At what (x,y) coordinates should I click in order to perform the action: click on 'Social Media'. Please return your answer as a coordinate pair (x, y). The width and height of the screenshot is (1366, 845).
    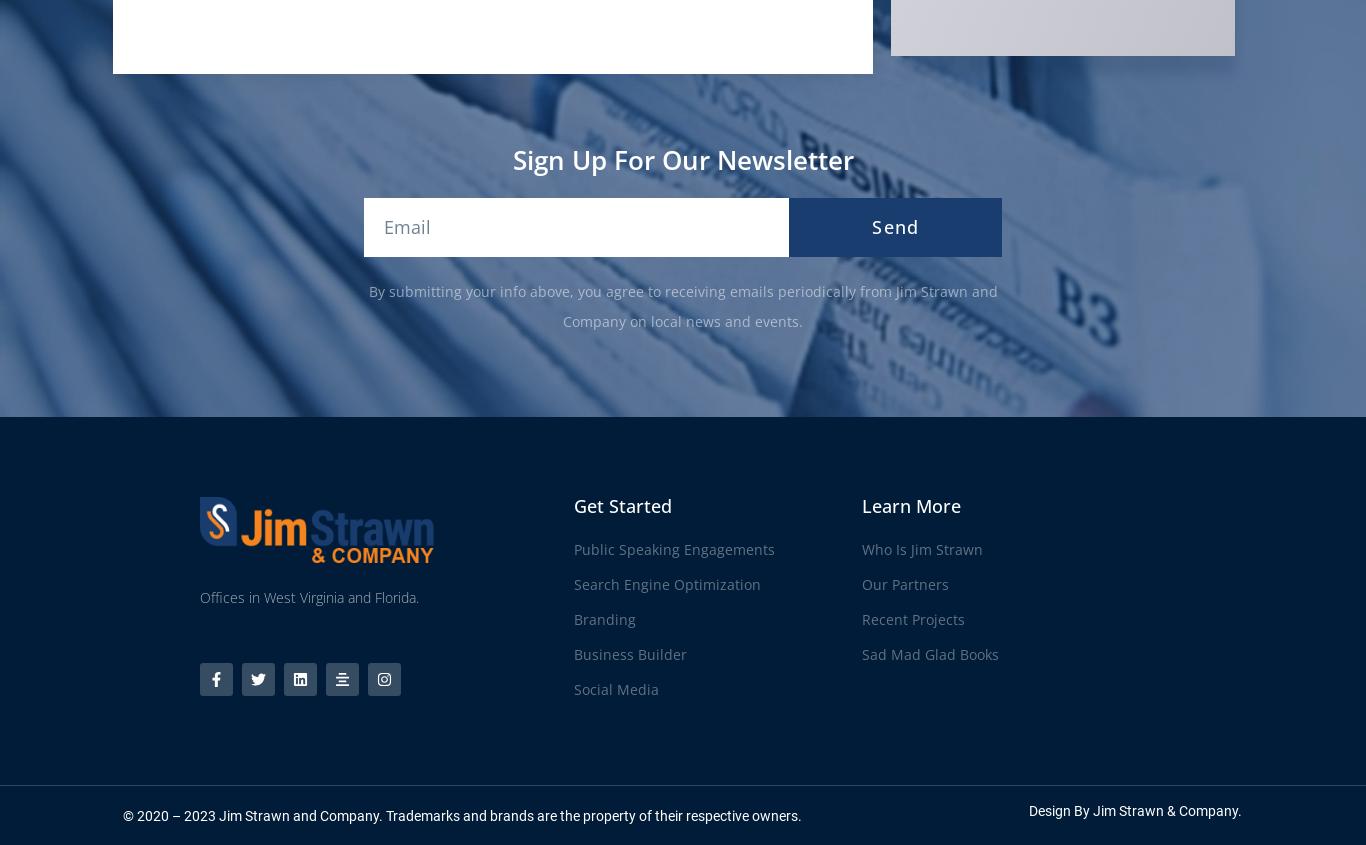
    Looking at the image, I should click on (572, 688).